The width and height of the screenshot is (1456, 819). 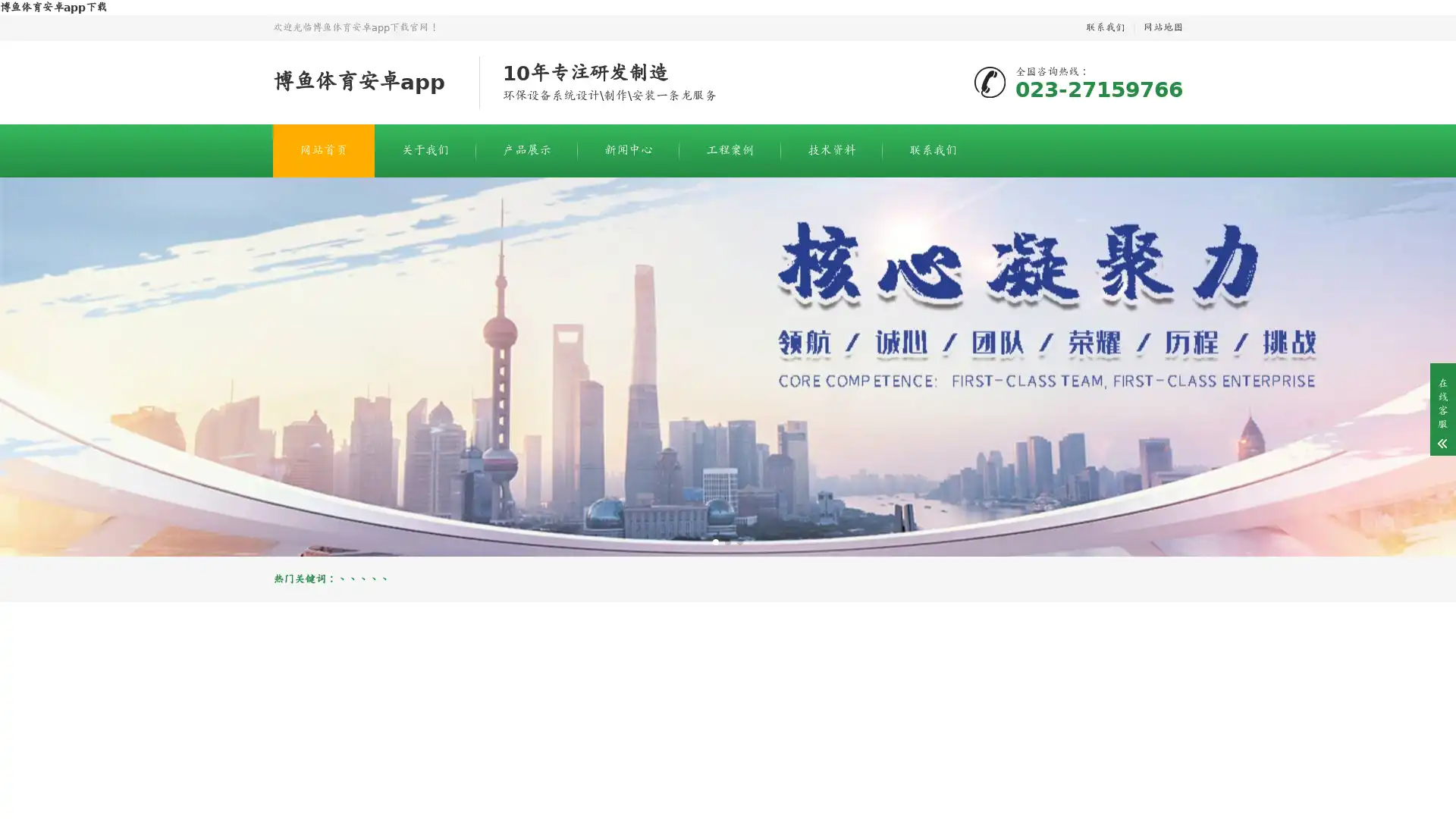 What do you see at coordinates (739, 541) in the screenshot?
I see `Go to slide 3` at bounding box center [739, 541].